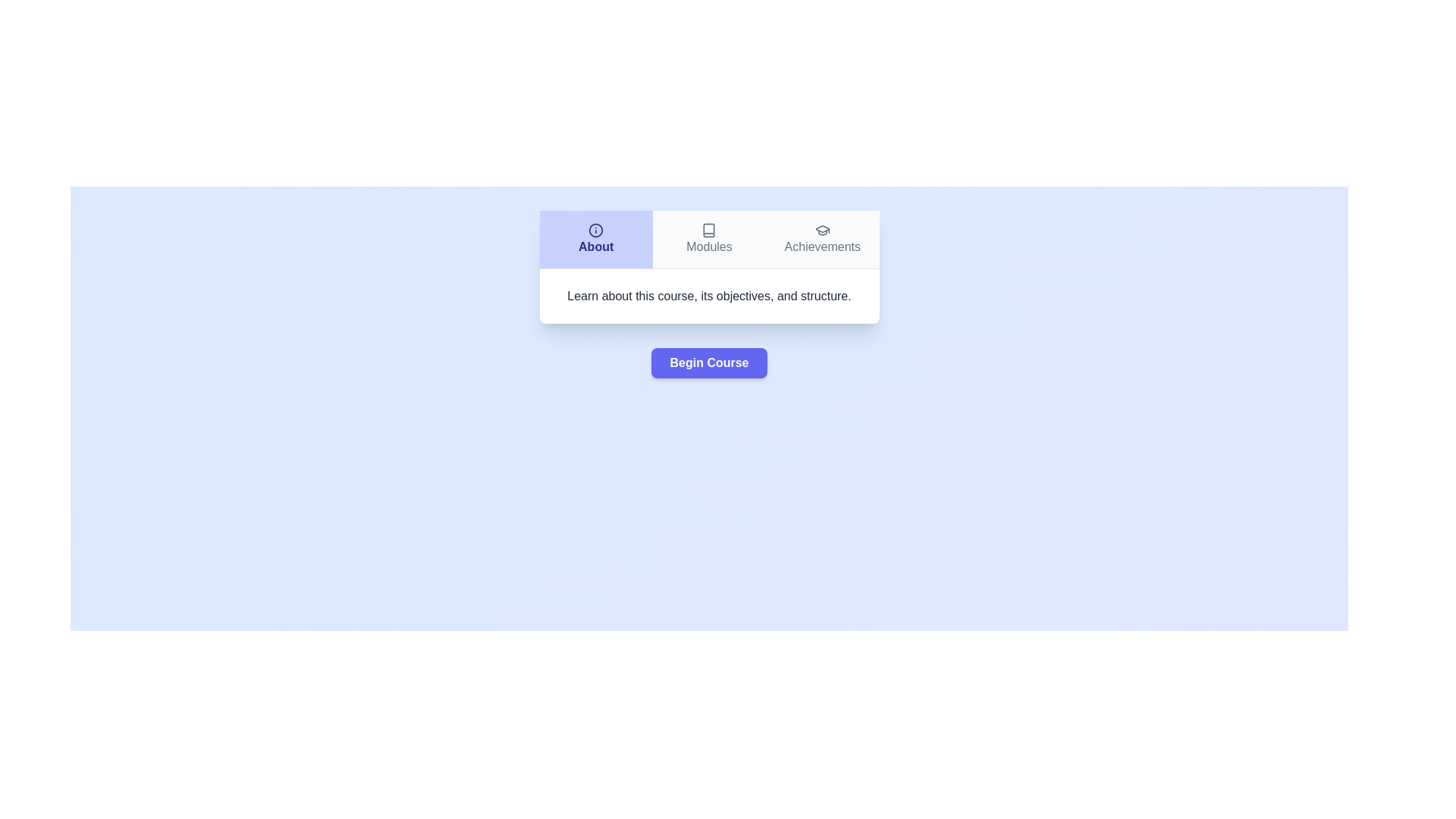 Image resolution: width=1456 pixels, height=819 pixels. What do you see at coordinates (708, 239) in the screenshot?
I see `the Modules tab` at bounding box center [708, 239].